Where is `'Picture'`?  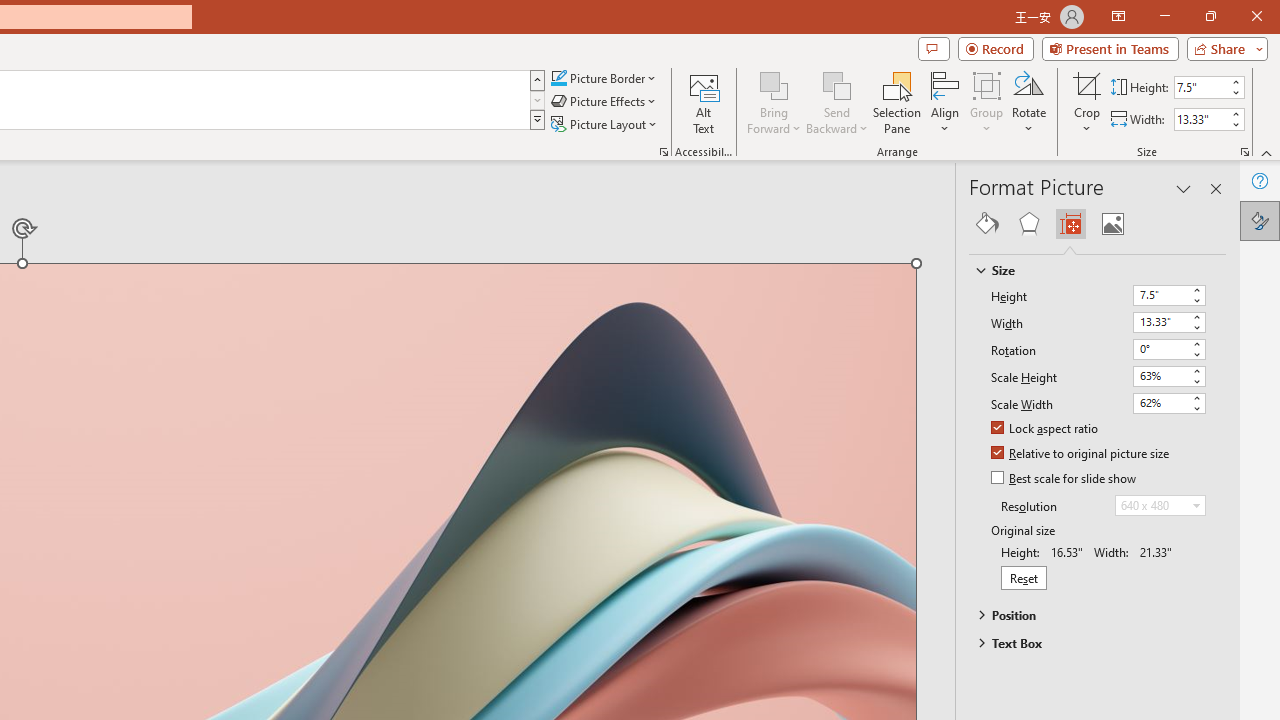 'Picture' is located at coordinates (1111, 223).